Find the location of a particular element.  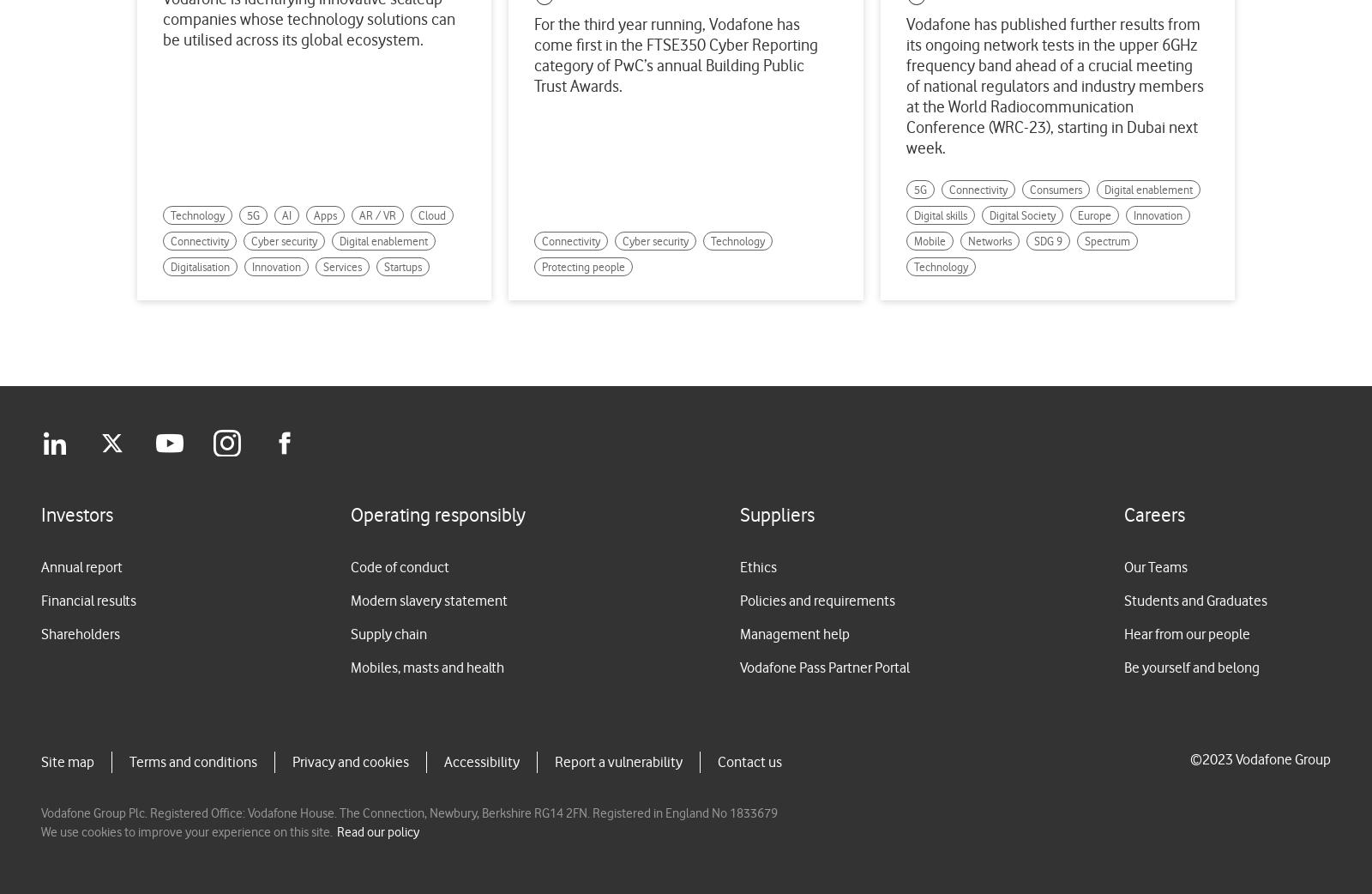

'Vodafone Group Plc. Registered Office: Vodafone House. The Connection, Newbury, Berkshire RG14 2FN. Registered in England No 1833679' is located at coordinates (40, 812).